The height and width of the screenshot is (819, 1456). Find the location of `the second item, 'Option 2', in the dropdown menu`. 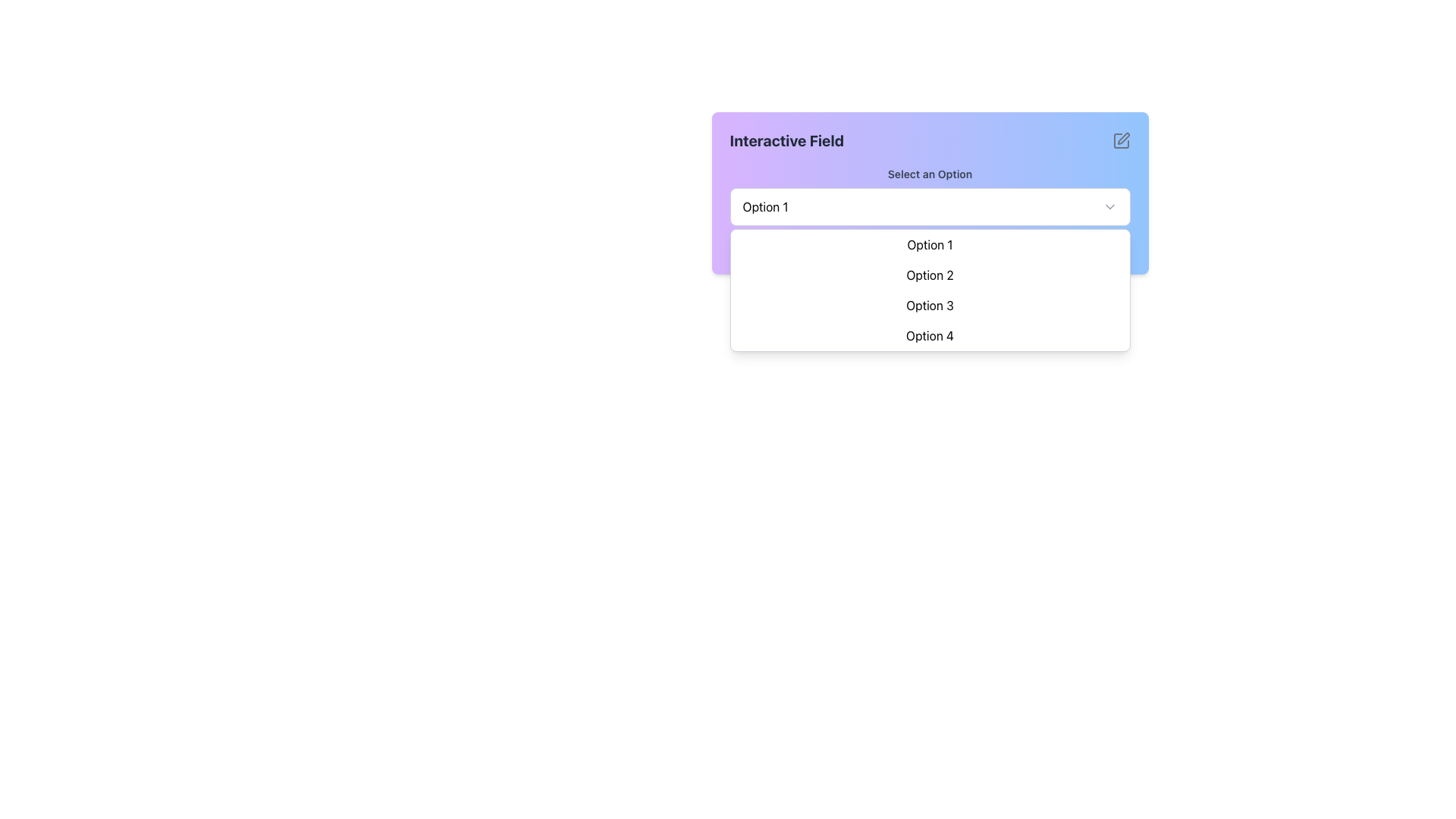

the second item, 'Option 2', in the dropdown menu is located at coordinates (929, 275).